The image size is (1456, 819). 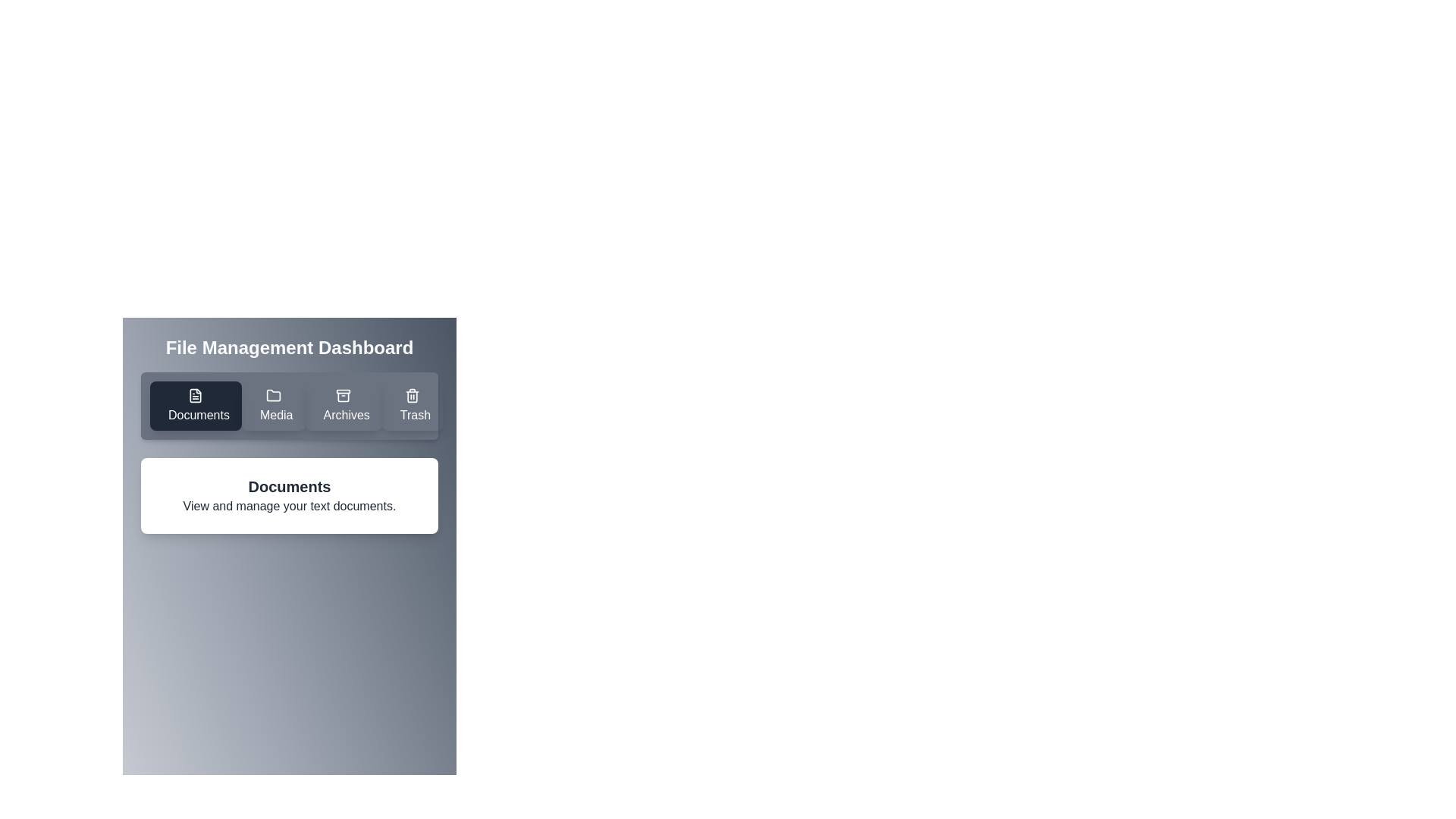 I want to click on the tab button corresponding to Documents, so click(x=195, y=405).